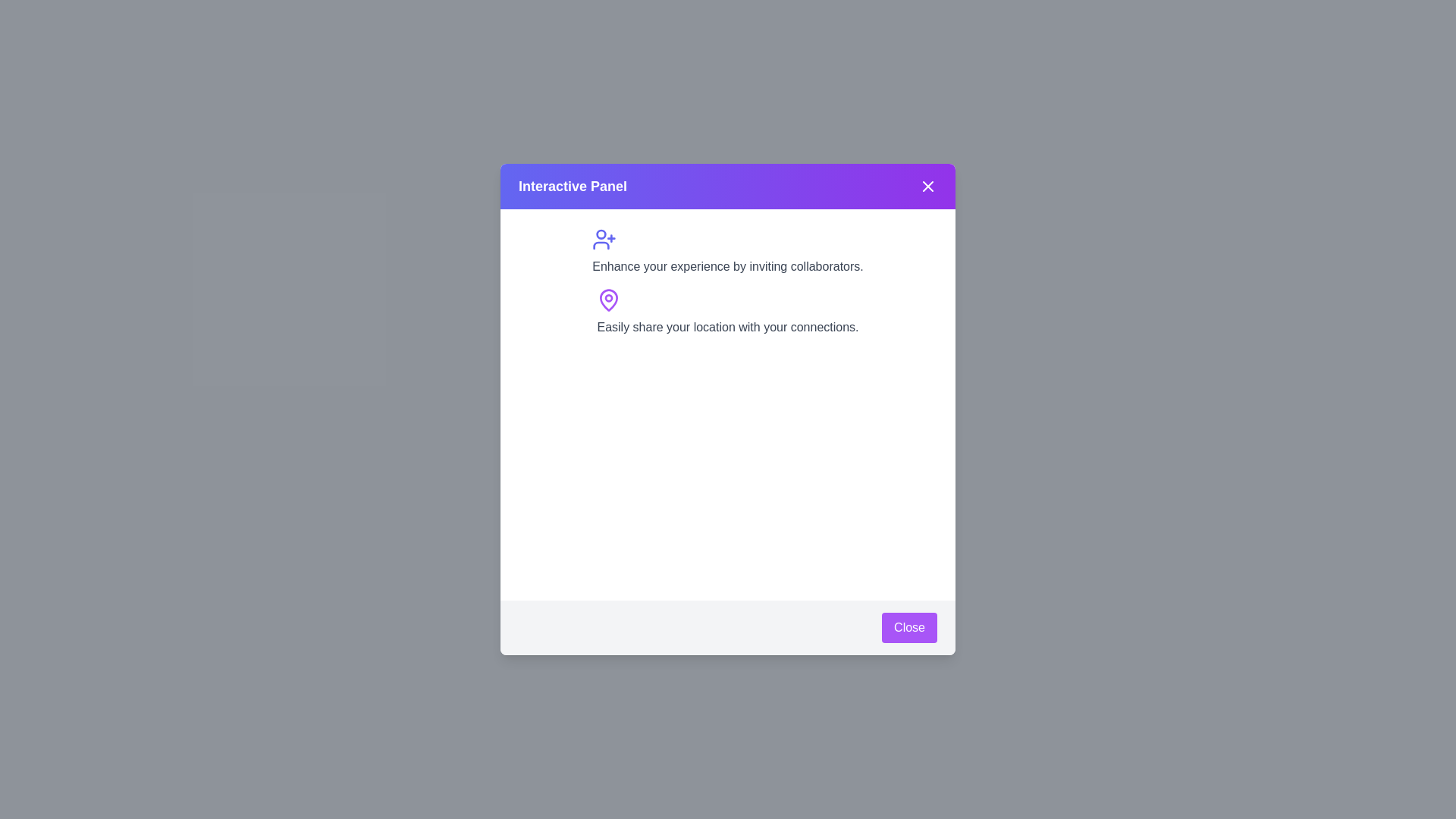 This screenshot has width=1456, height=819. What do you see at coordinates (728, 312) in the screenshot?
I see `the text block that provides guidance about sharing location, located below the title 'Enhance your experience by inviting collaborators.'` at bounding box center [728, 312].